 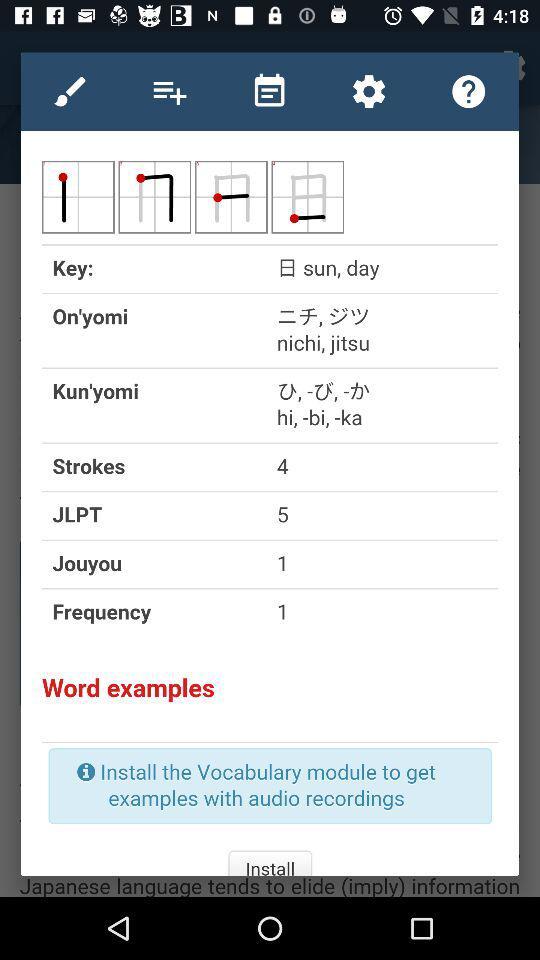 I want to click on the playlist icon, so click(x=170, y=98).